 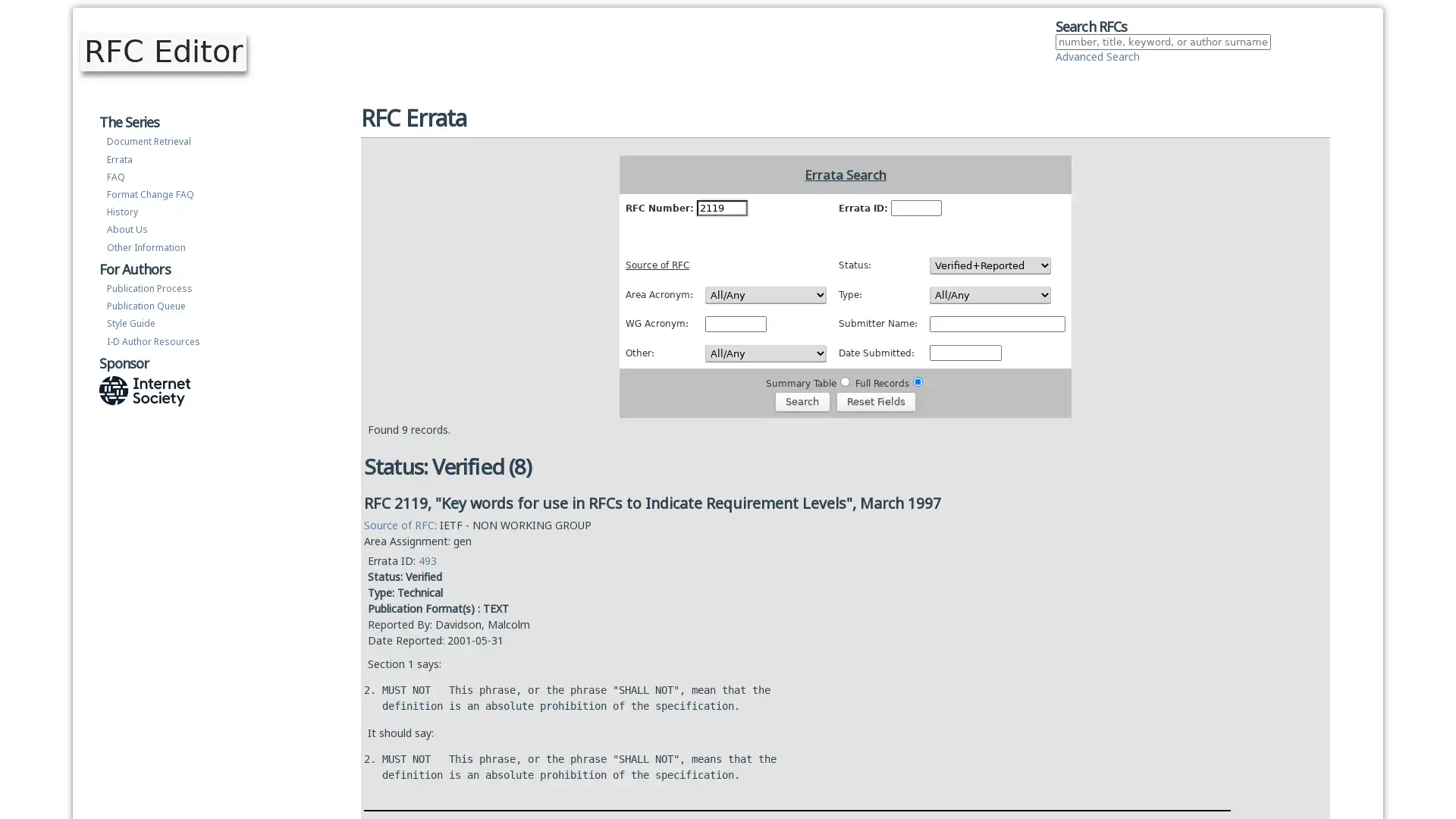 What do you see at coordinates (876, 400) in the screenshot?
I see `Reset Fields` at bounding box center [876, 400].